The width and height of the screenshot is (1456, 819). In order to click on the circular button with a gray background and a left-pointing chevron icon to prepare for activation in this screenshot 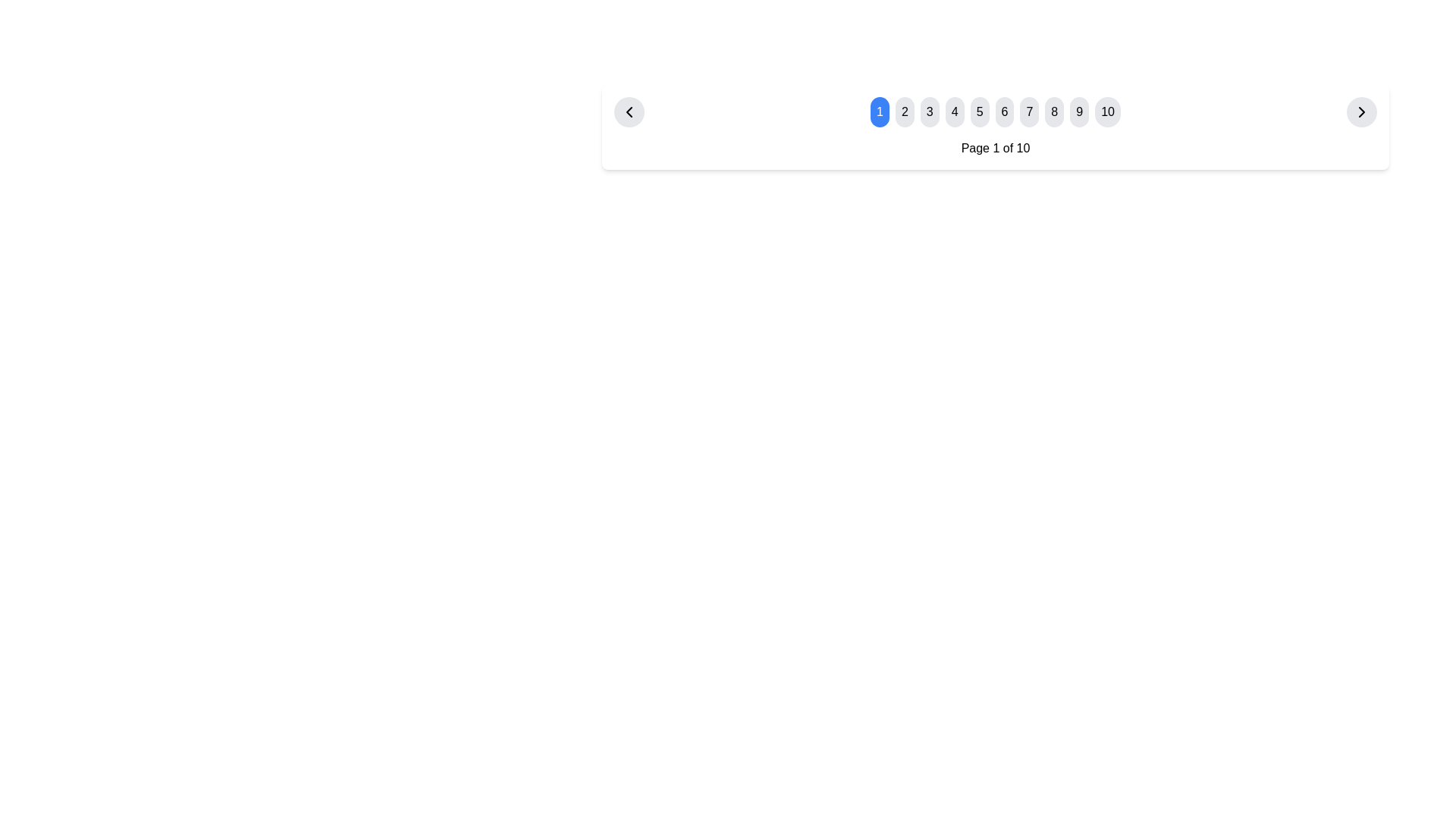, I will do `click(629, 111)`.